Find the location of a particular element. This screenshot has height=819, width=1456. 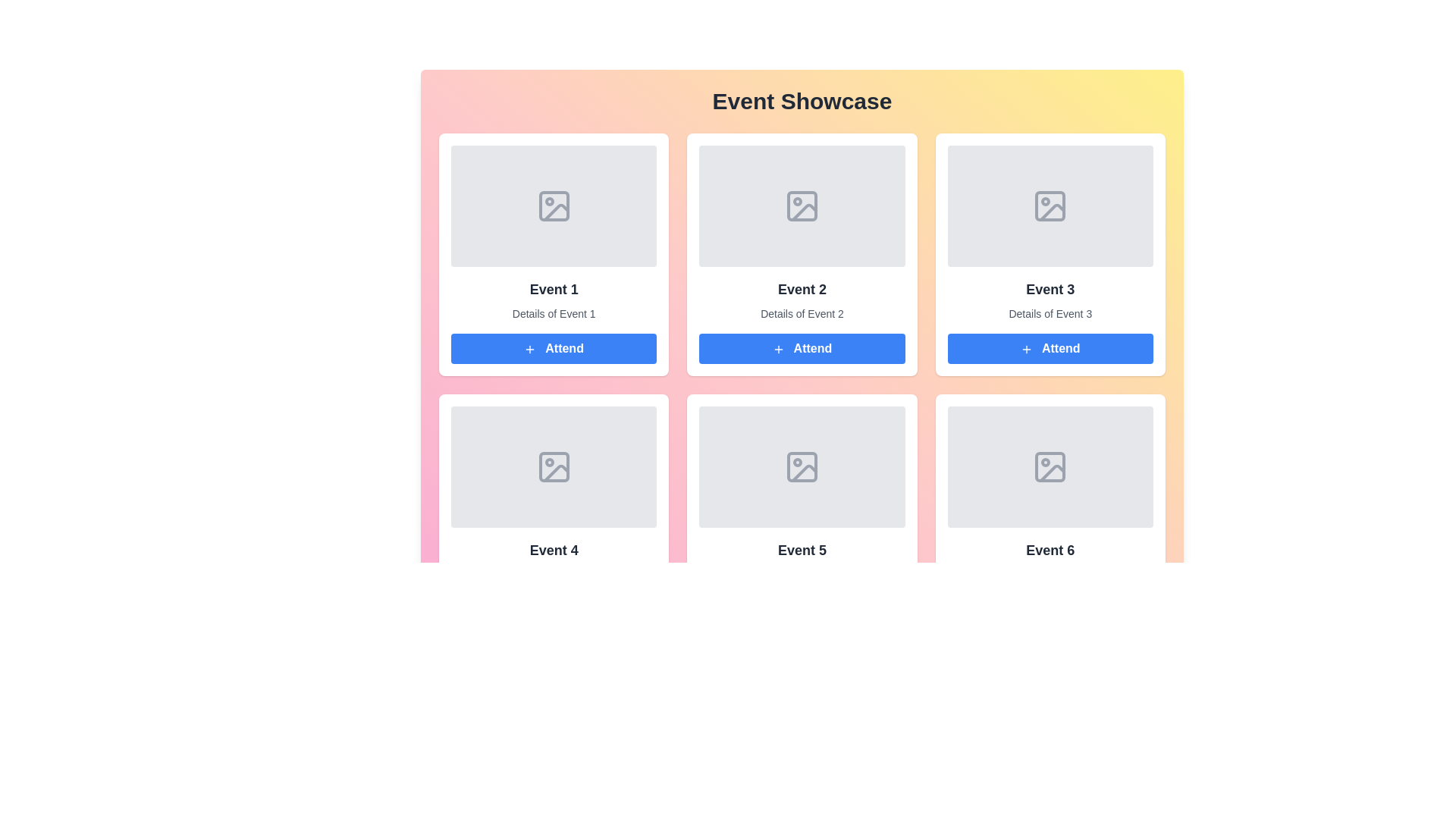

the button located directly beneath the text 'Details of Event 1' within the 'Event 1' card to indicate intention to attend the event is located at coordinates (553, 348).